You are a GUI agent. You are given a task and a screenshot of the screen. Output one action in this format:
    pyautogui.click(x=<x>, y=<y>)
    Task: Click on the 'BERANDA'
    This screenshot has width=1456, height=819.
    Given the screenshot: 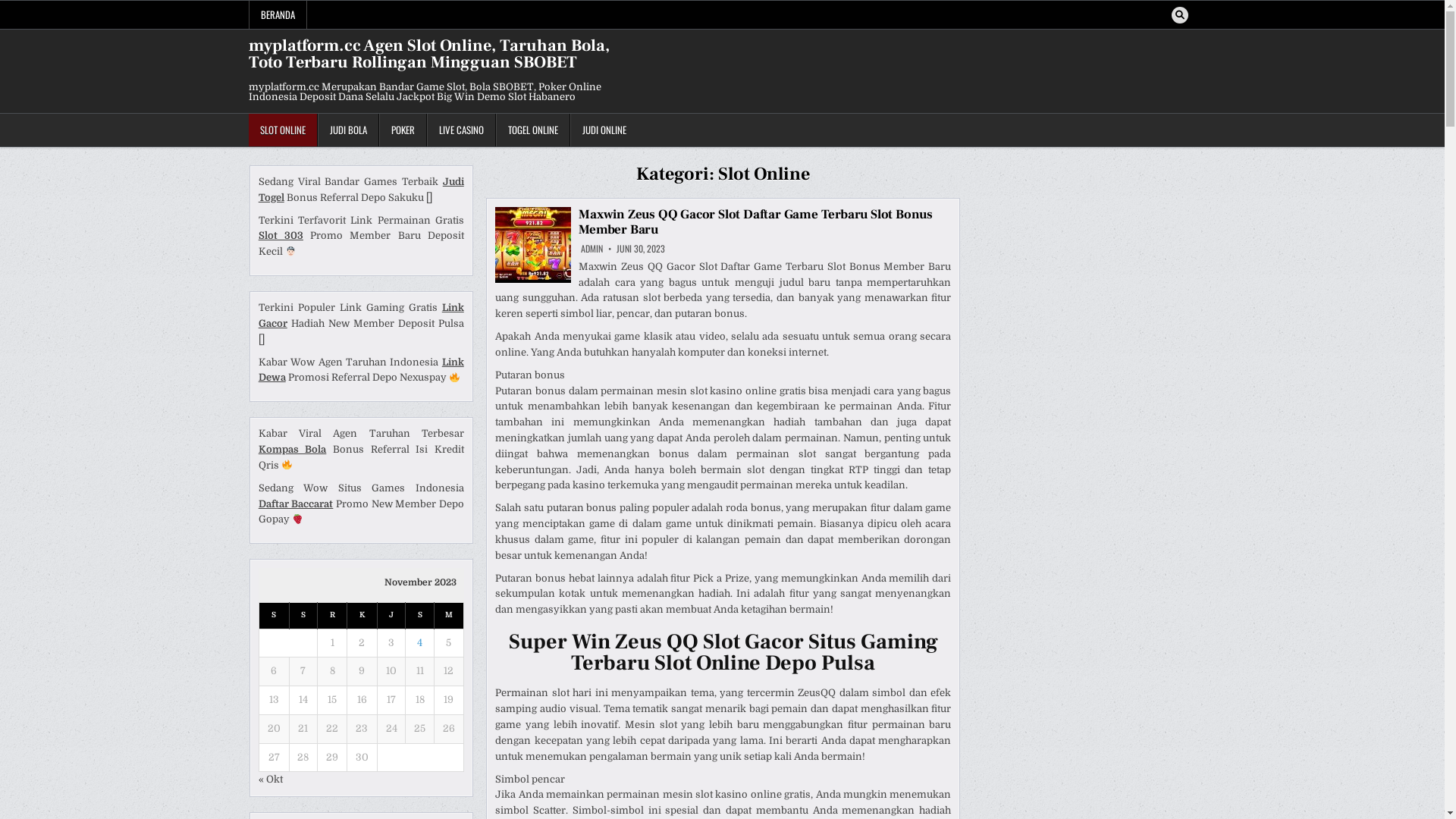 What is the action you would take?
    pyautogui.click(x=278, y=14)
    